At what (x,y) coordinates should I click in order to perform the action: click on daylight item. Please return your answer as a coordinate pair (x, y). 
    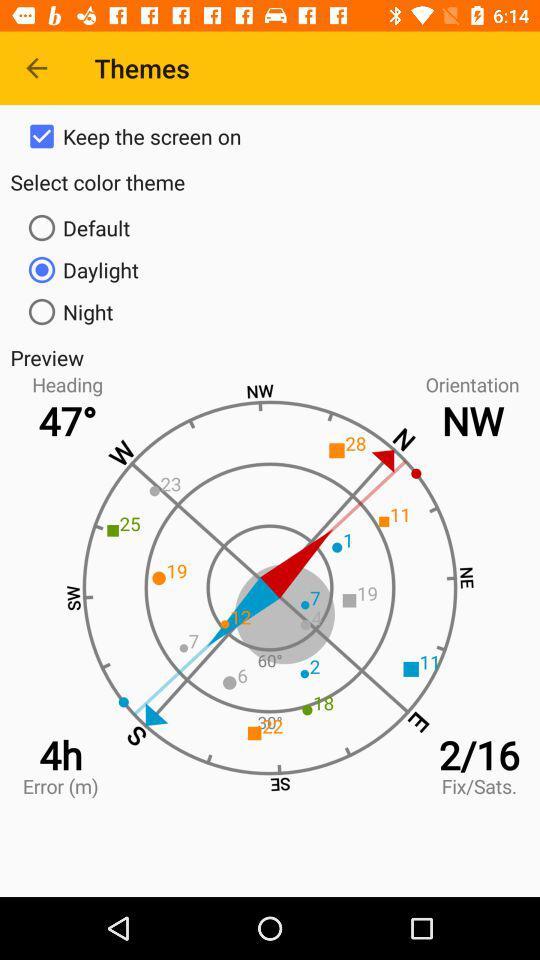
    Looking at the image, I should click on (270, 268).